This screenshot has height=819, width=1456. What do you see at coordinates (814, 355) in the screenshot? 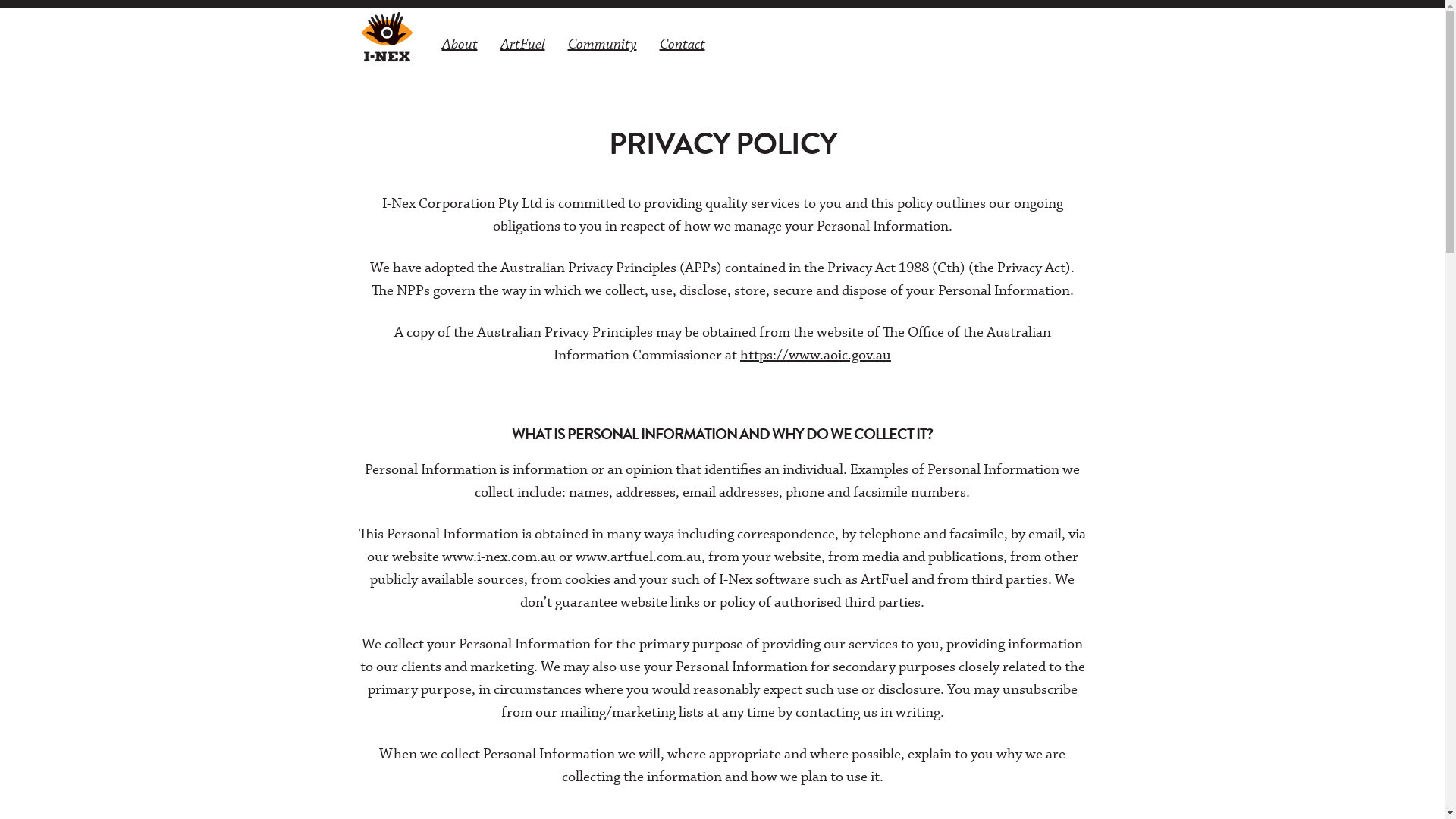
I see `'https://www.aoic.gov.au'` at bounding box center [814, 355].